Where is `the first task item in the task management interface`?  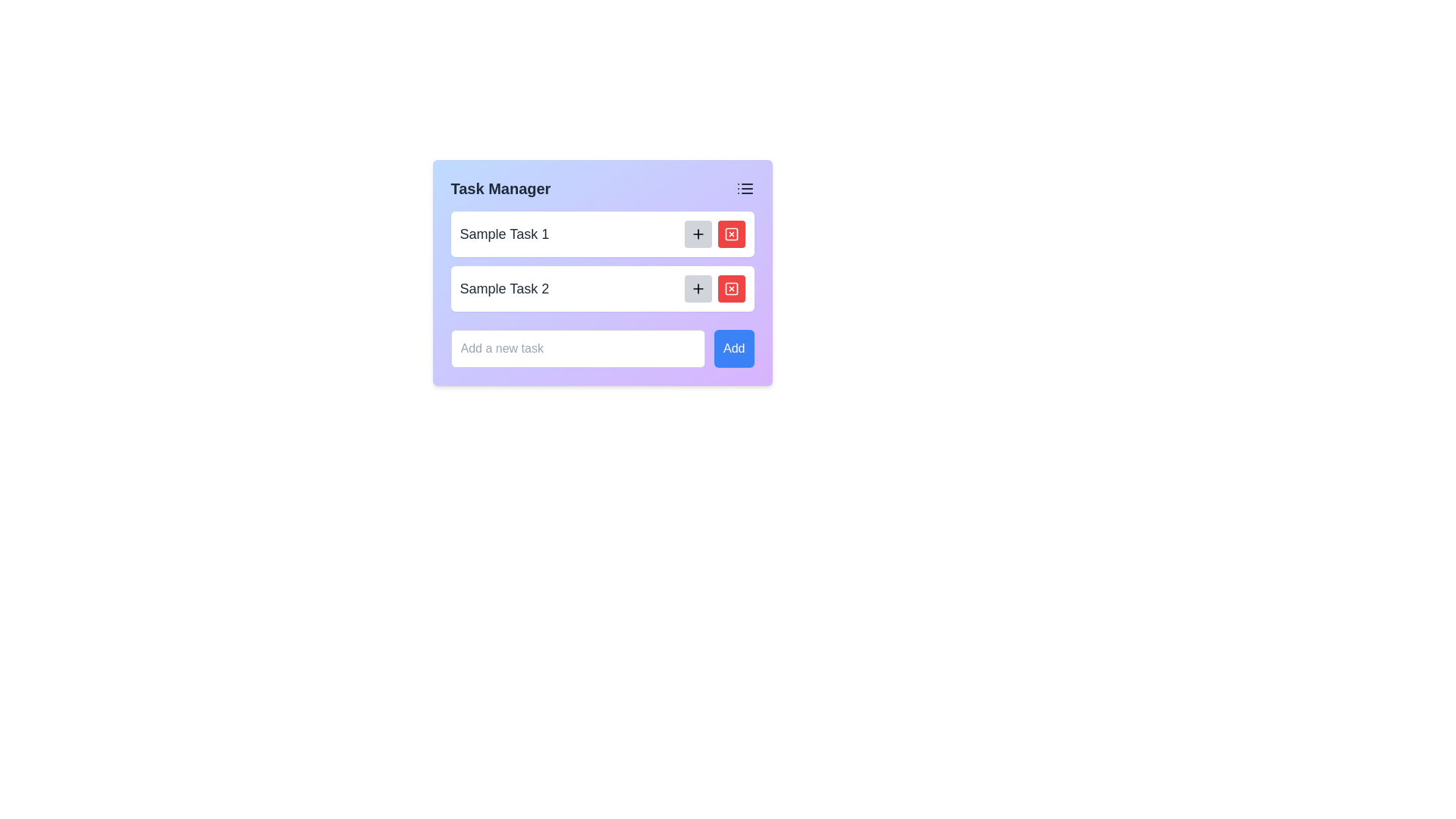 the first task item in the task management interface is located at coordinates (601, 234).